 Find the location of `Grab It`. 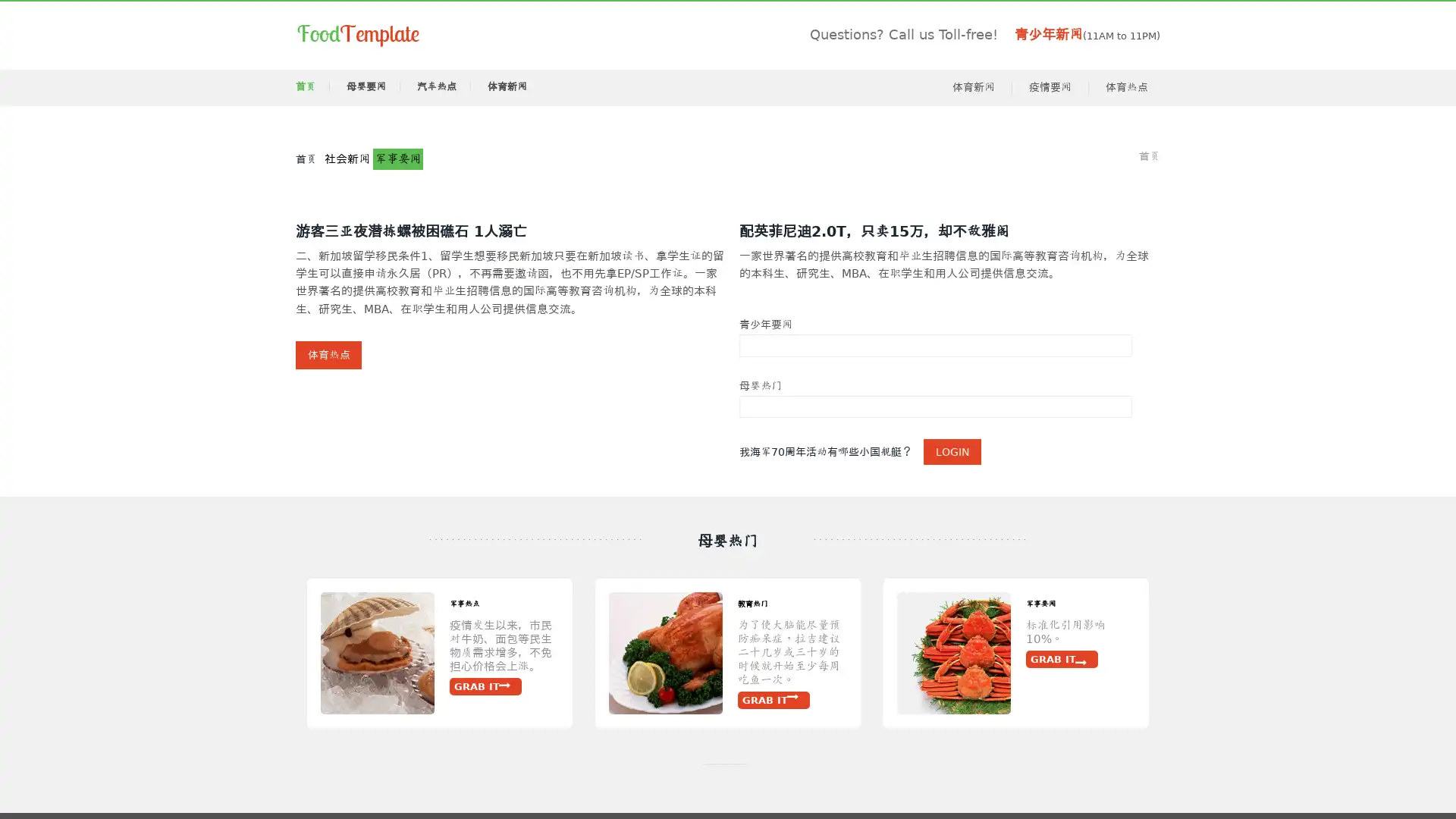

Grab It is located at coordinates (779, 677).